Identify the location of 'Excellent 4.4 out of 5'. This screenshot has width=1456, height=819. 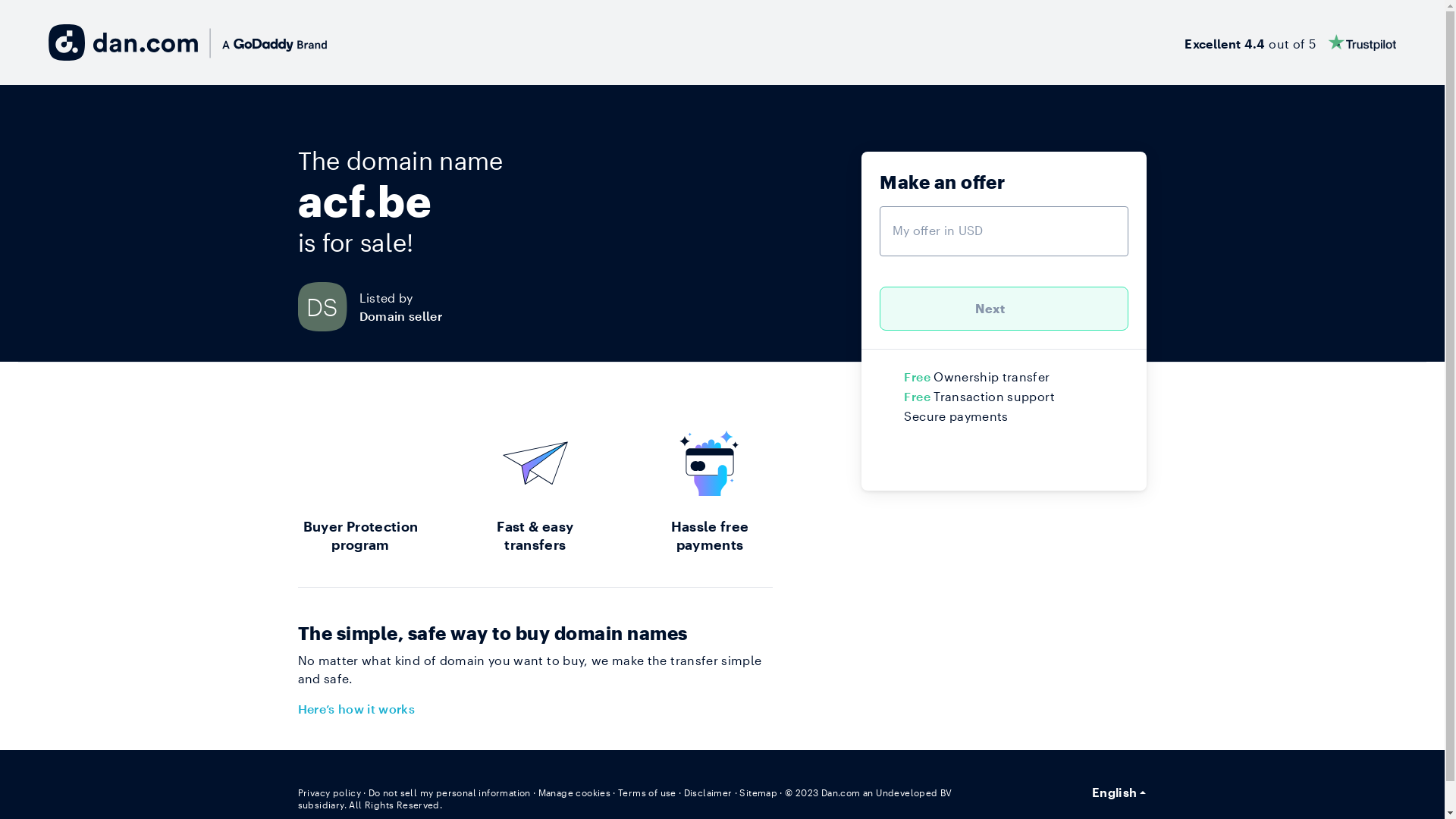
(1289, 42).